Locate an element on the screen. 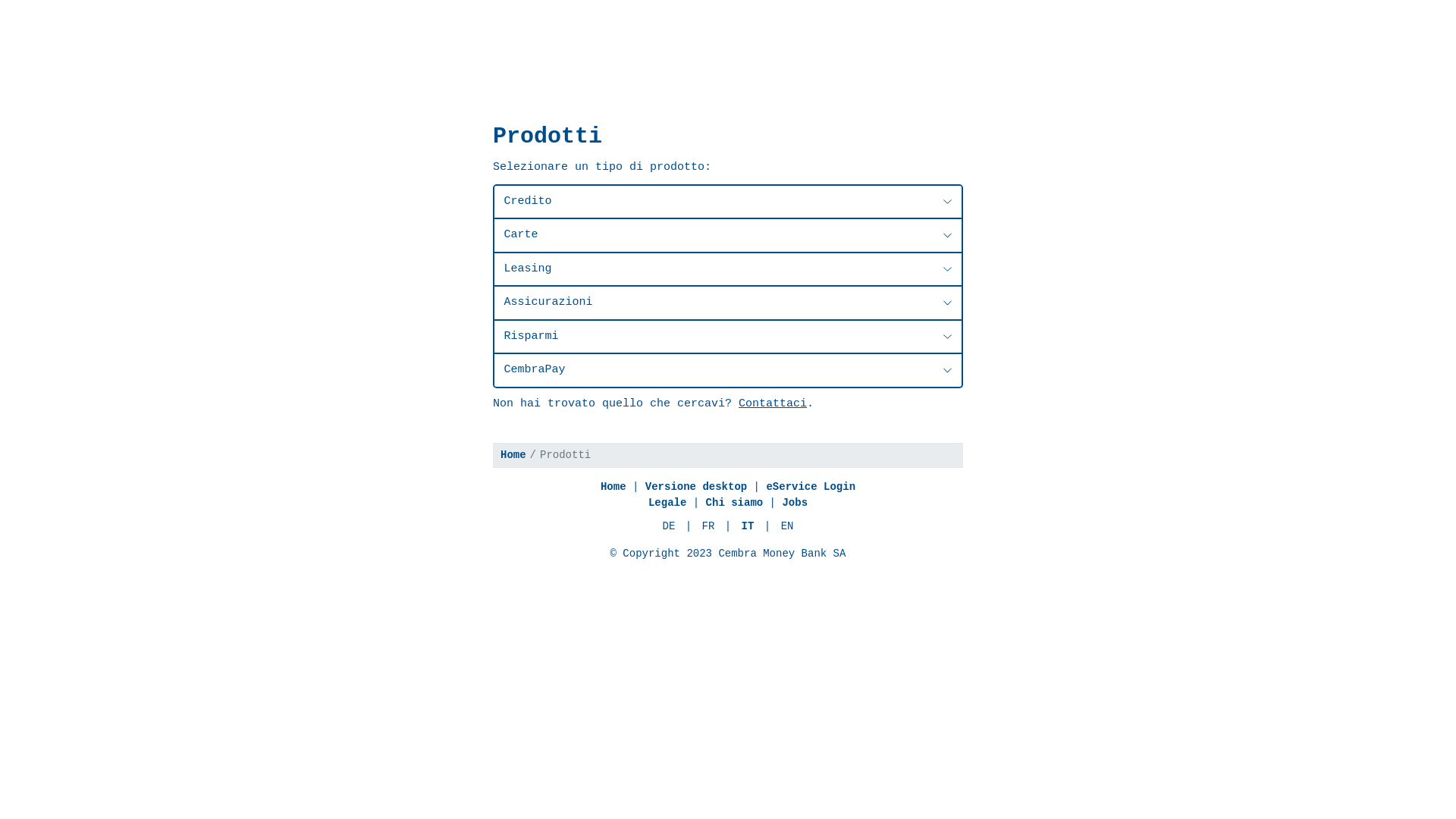  'IT' is located at coordinates (748, 526).